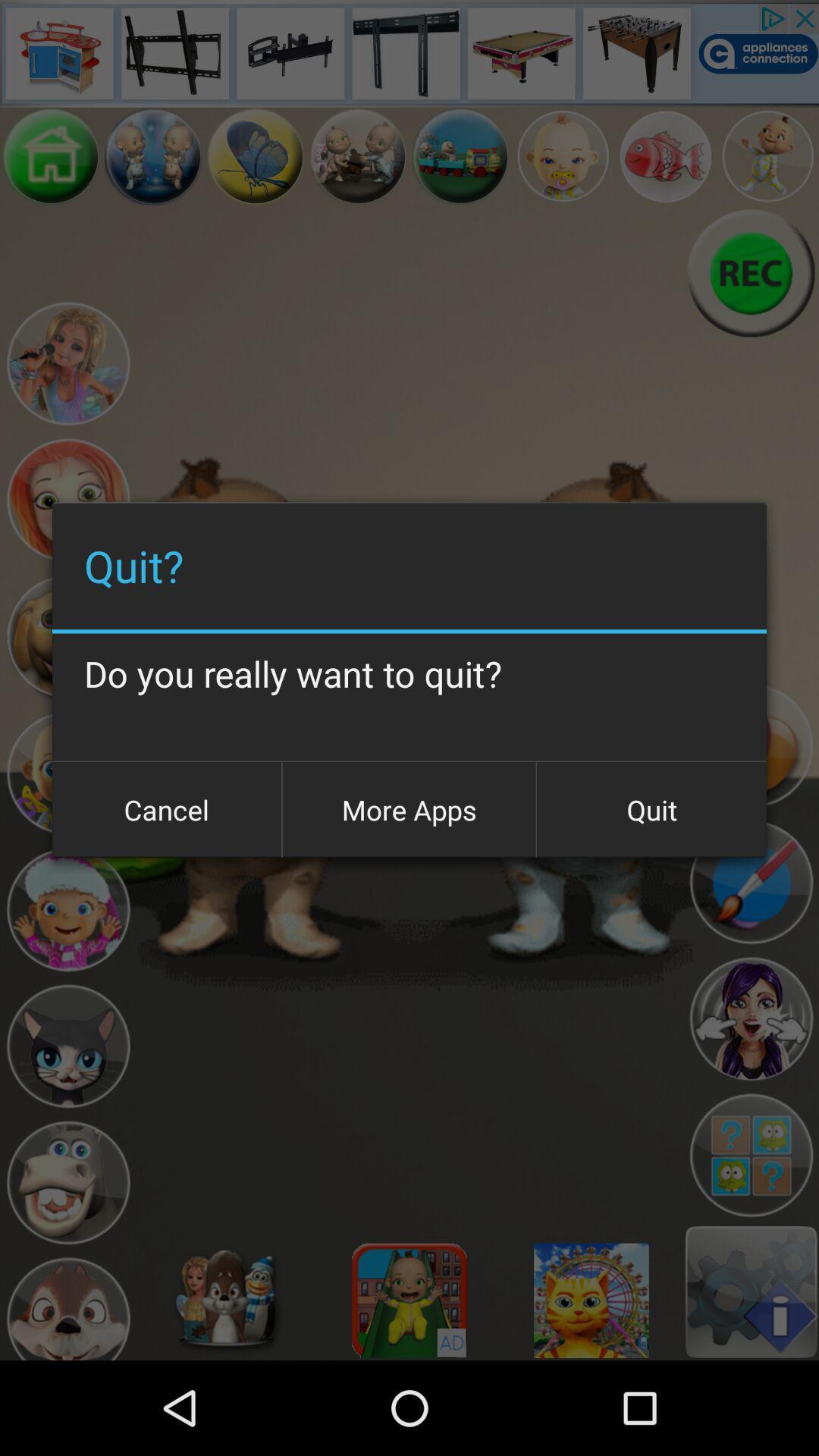  I want to click on face, so click(67, 1305).